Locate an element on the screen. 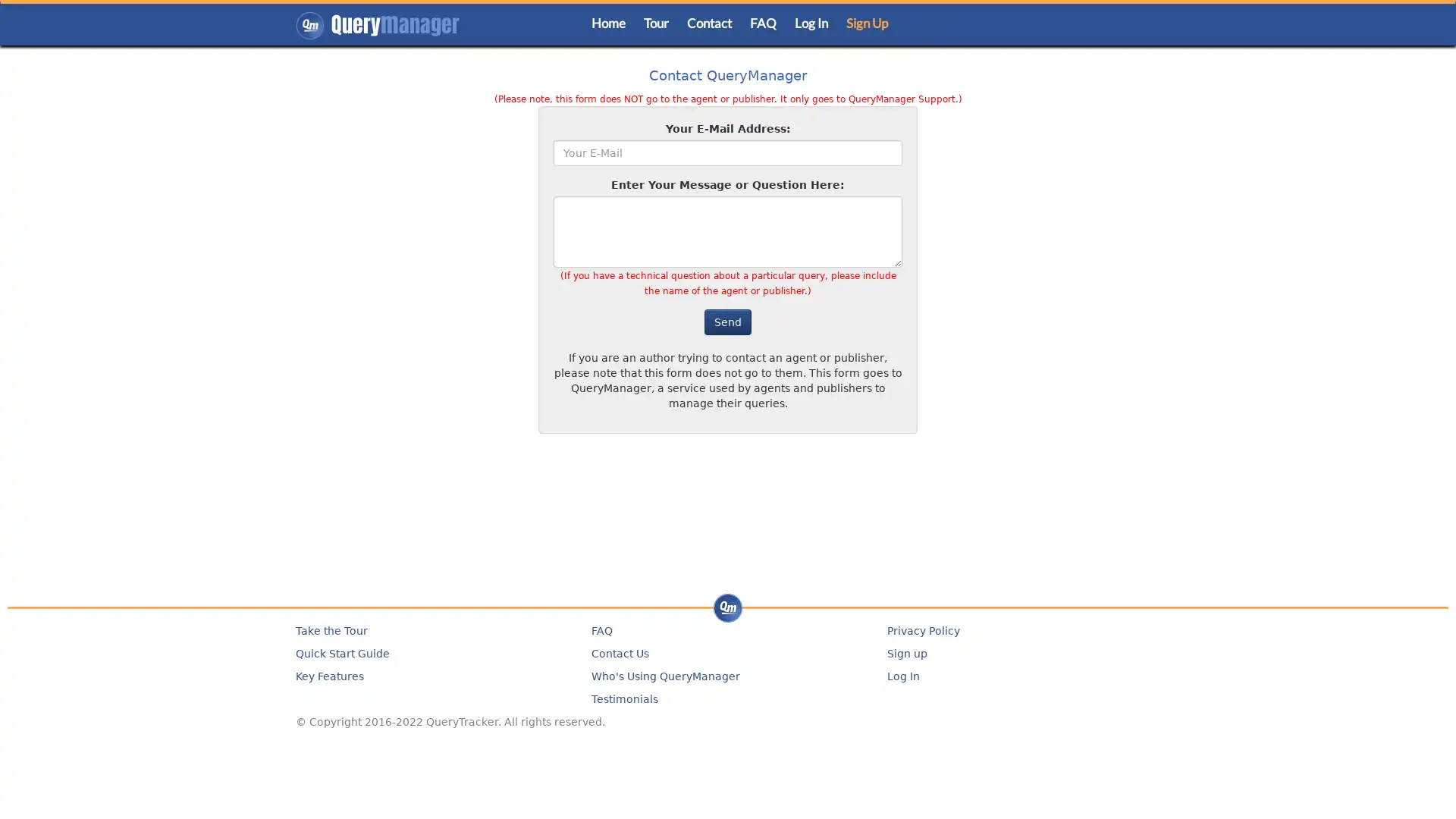 This screenshot has height=819, width=1456. Send is located at coordinates (728, 321).